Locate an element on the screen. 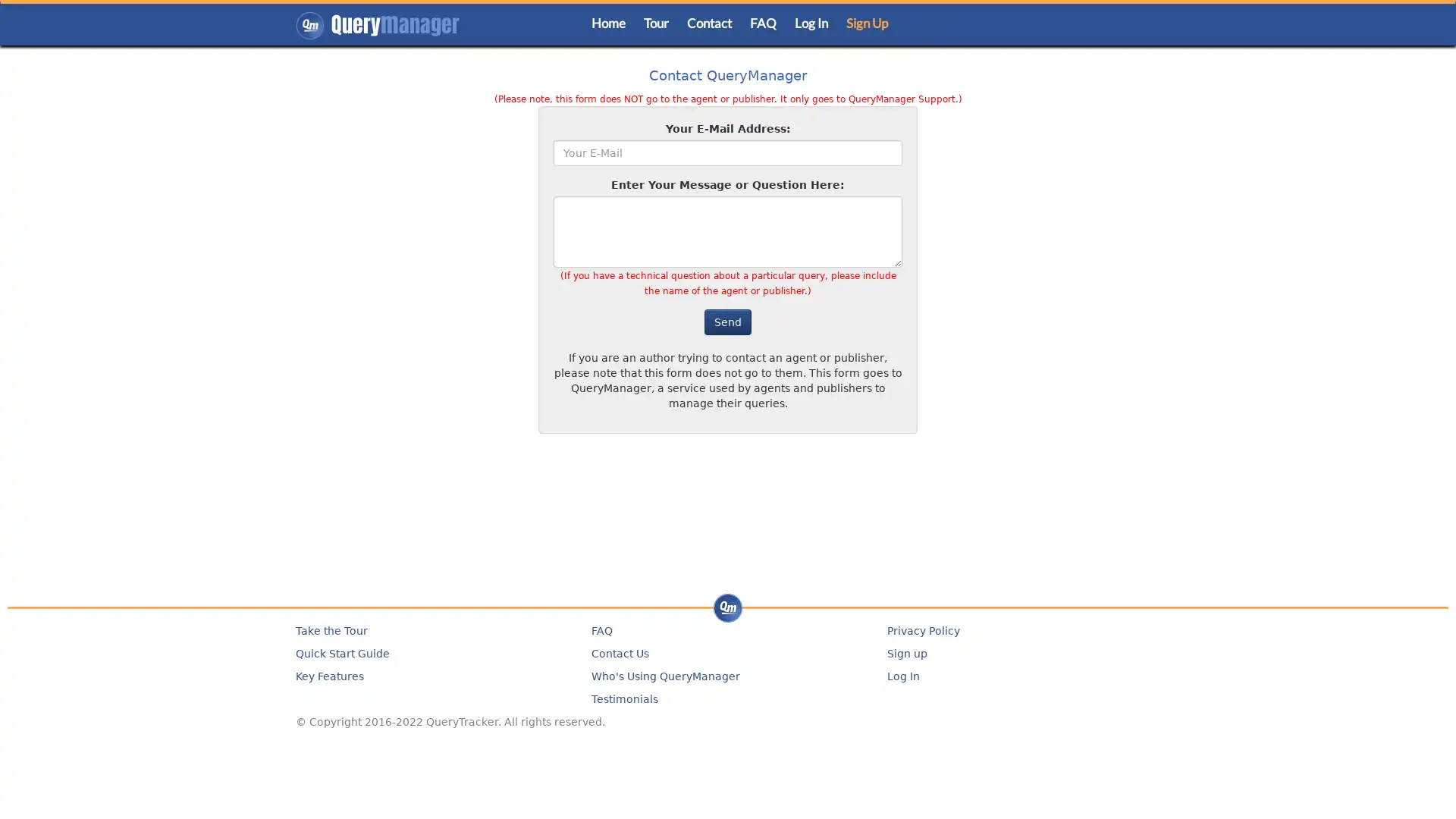 This screenshot has height=819, width=1456. Send is located at coordinates (728, 321).